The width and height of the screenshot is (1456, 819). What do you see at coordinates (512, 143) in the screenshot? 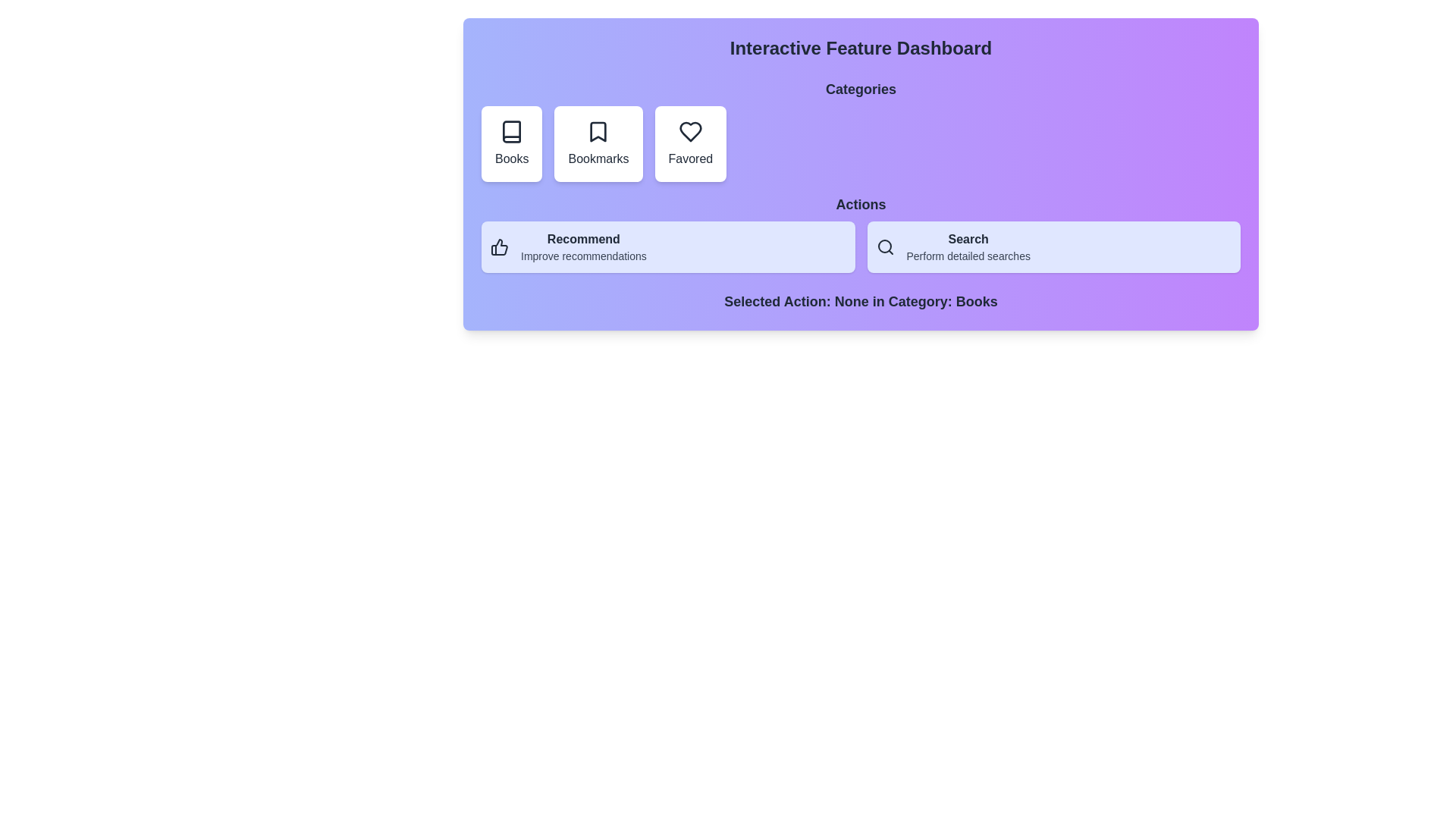
I see `the 'Books' category selector card, which is the first card in a set of three under the 'Categories' section, to provide visual feedback` at bounding box center [512, 143].